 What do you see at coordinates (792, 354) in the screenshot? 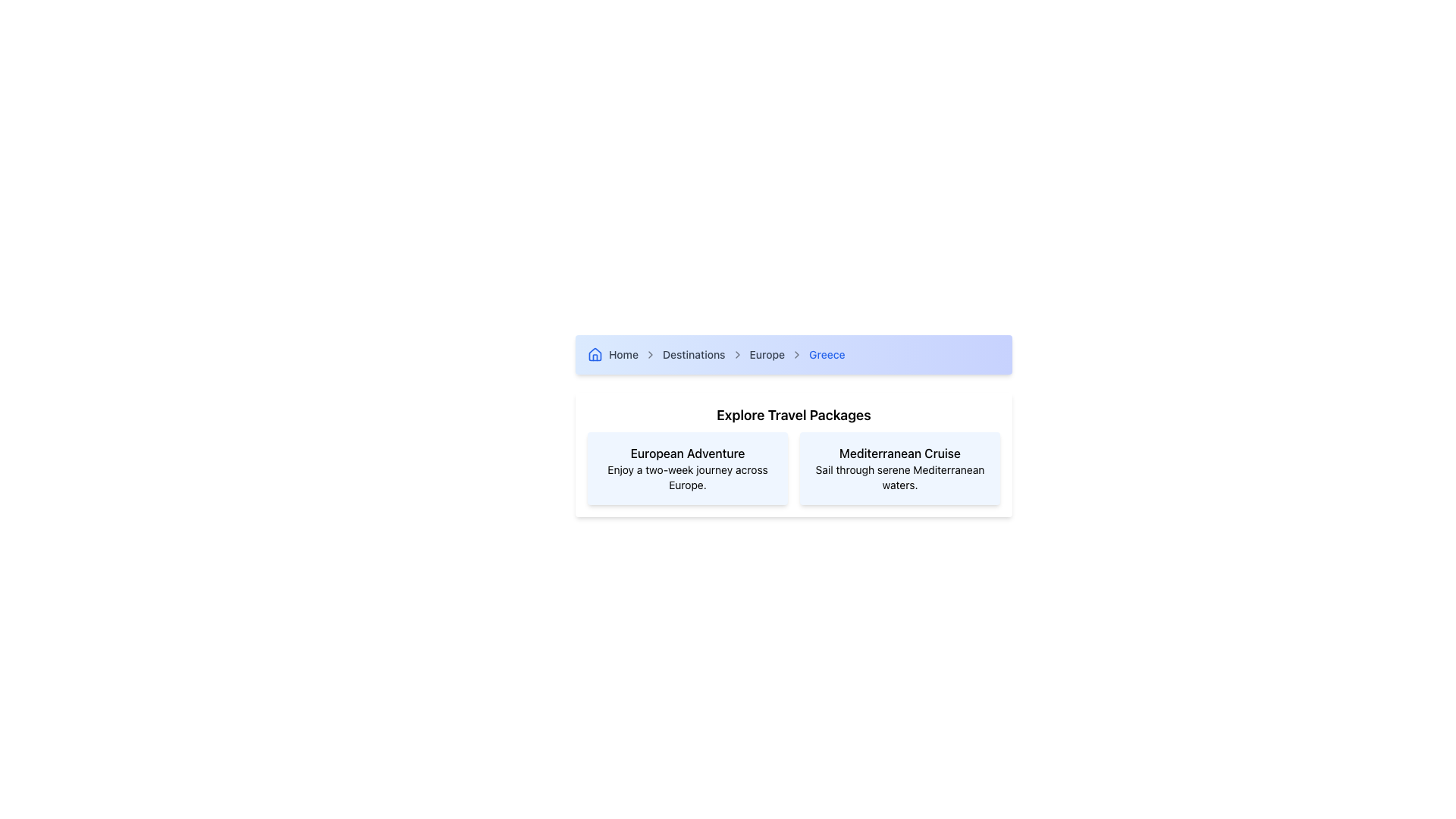
I see `the 'Greece' step in the breadcrumb navigation bar, which is the last element styled with a gradient background and emphasized in blue` at bounding box center [792, 354].